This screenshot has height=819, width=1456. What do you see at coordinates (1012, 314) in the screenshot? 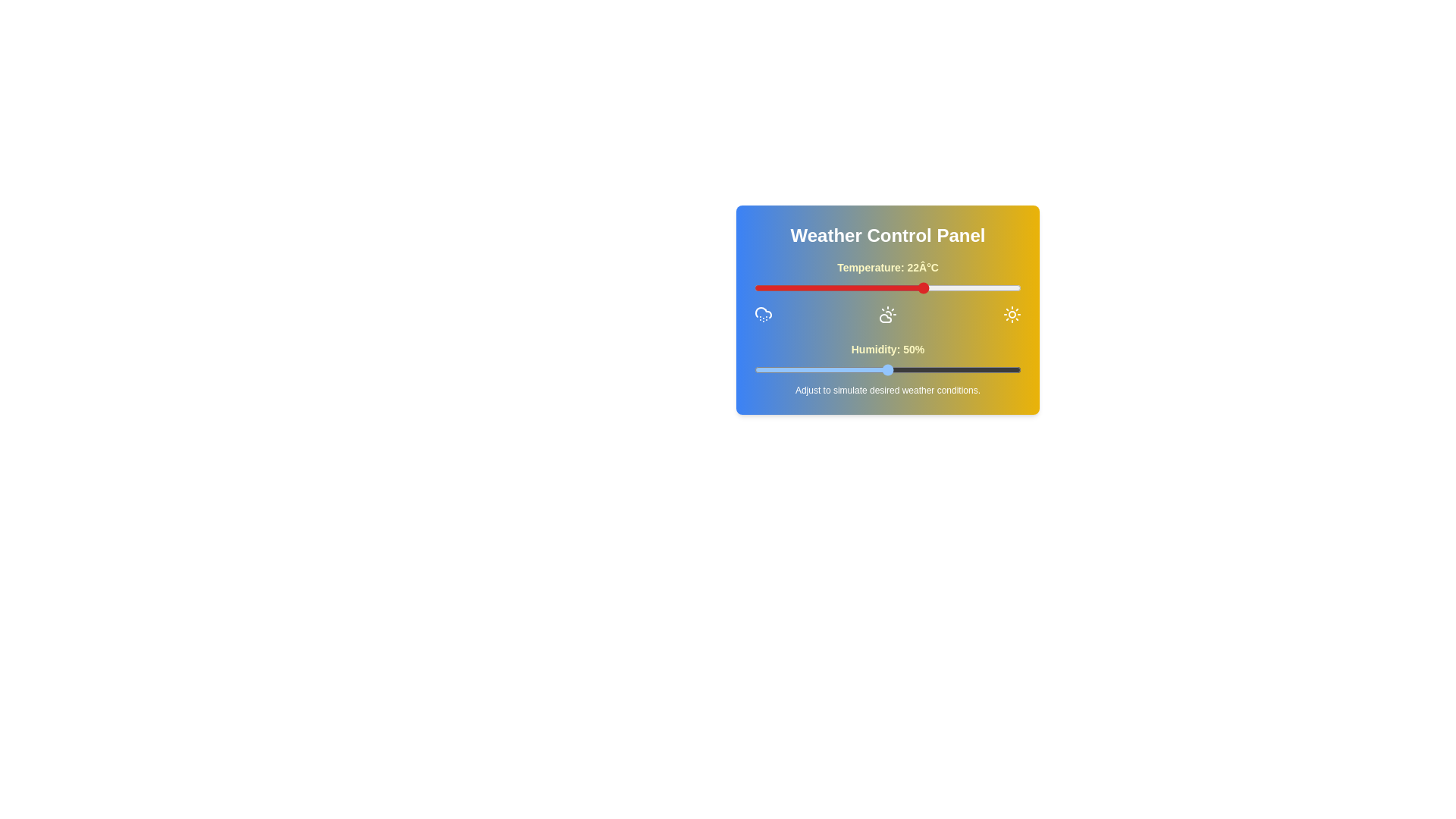
I see `the icon representing sunny weather in the top-right corner of the weather control panel to interact with it` at bounding box center [1012, 314].